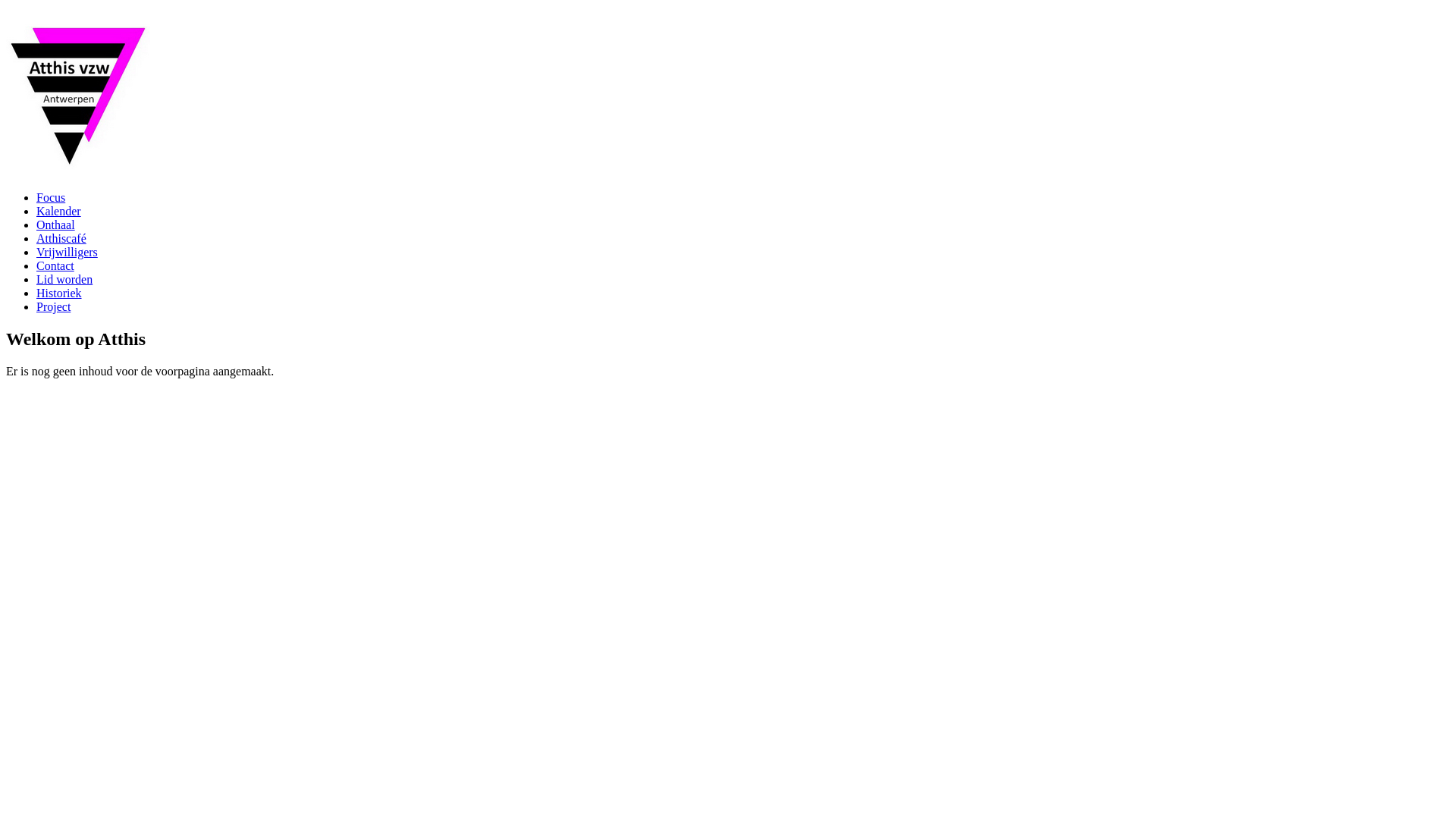 This screenshot has width=1456, height=819. Describe the element at coordinates (64, 279) in the screenshot. I see `'Lid worden'` at that location.